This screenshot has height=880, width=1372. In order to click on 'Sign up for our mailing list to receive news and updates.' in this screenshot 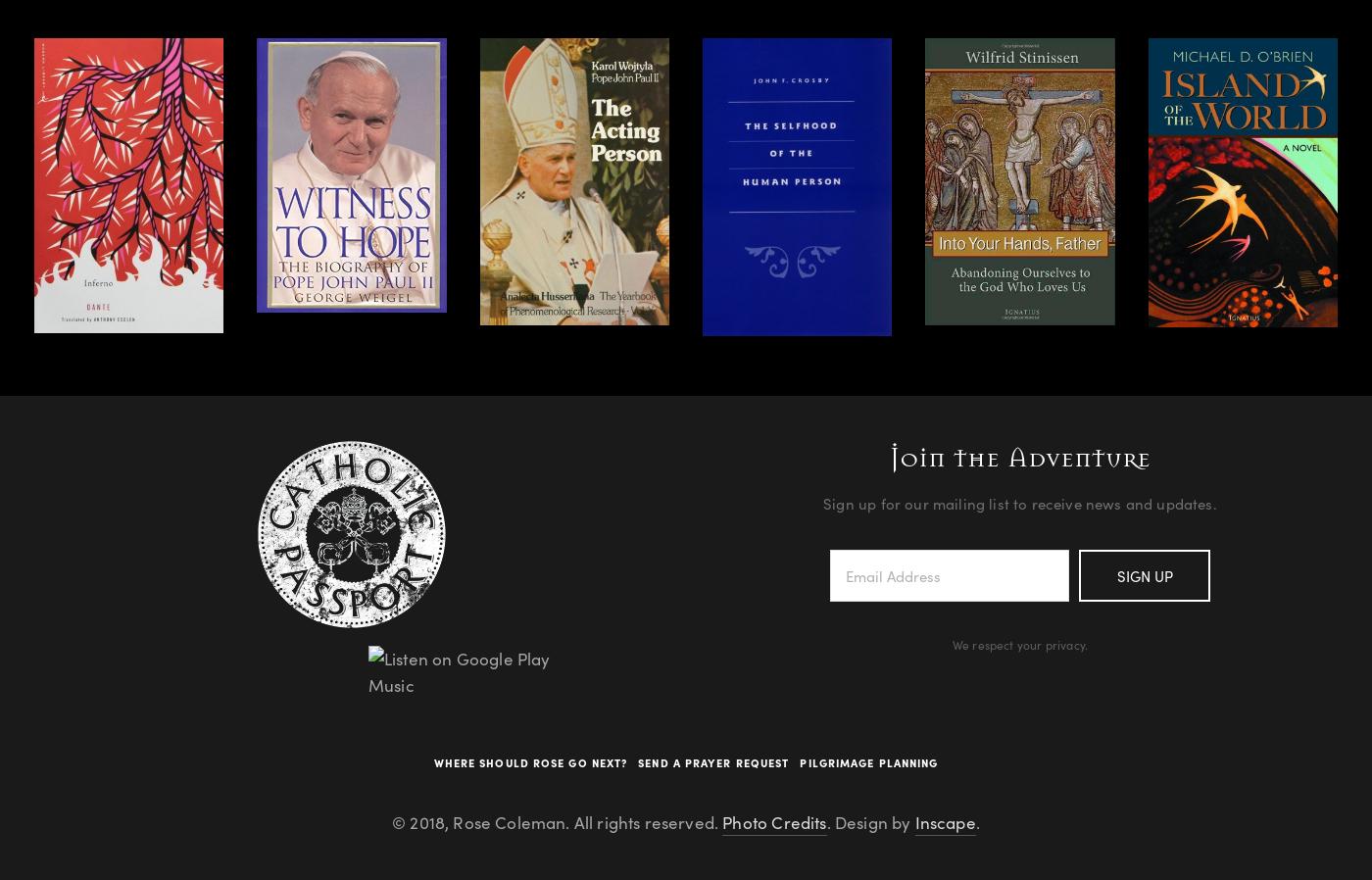, I will do `click(1019, 501)`.